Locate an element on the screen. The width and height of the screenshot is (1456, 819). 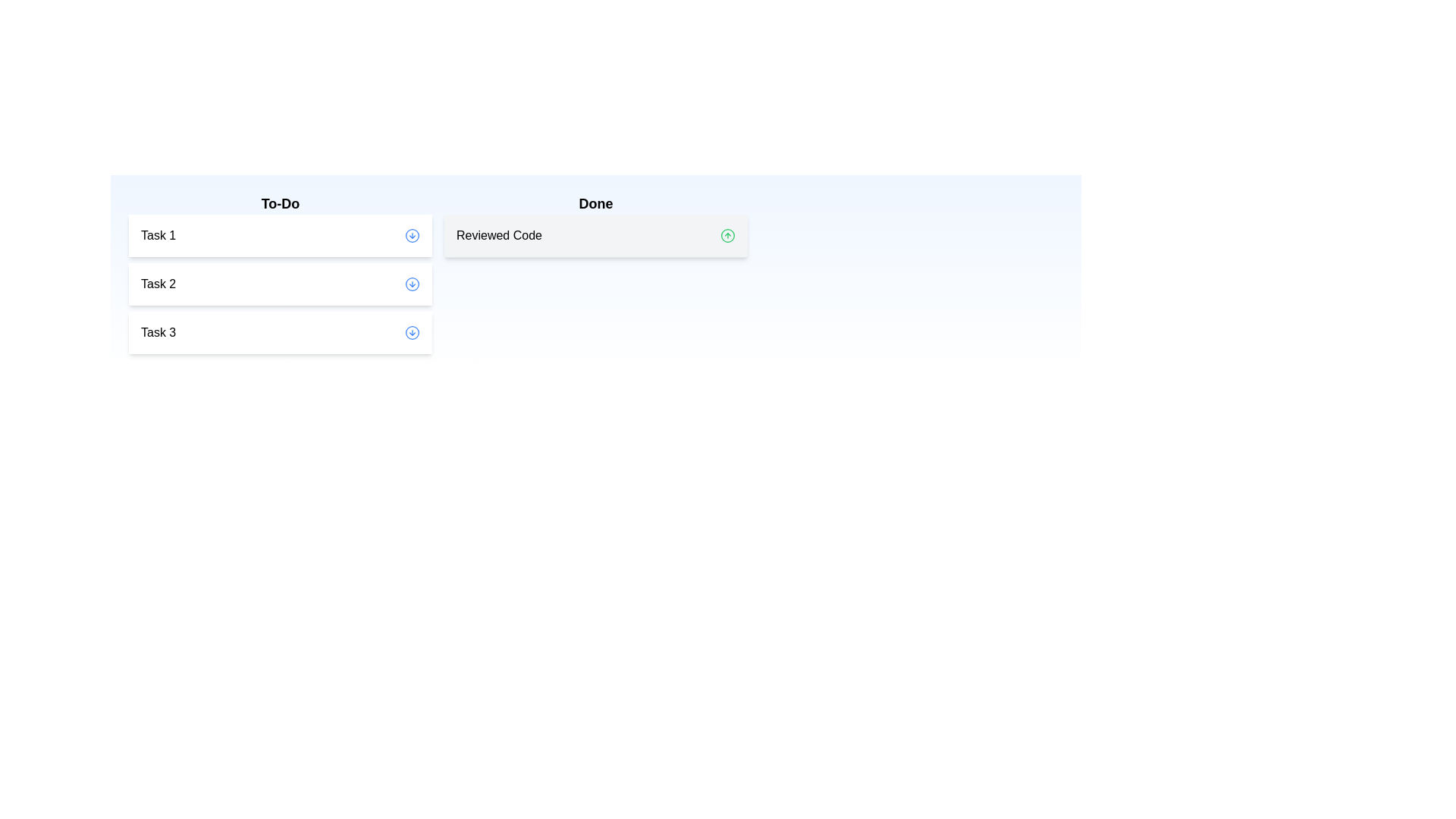
down arrow button next to Task 3 in the 'To-Do' list to move it to the 'Done' list is located at coordinates (412, 332).